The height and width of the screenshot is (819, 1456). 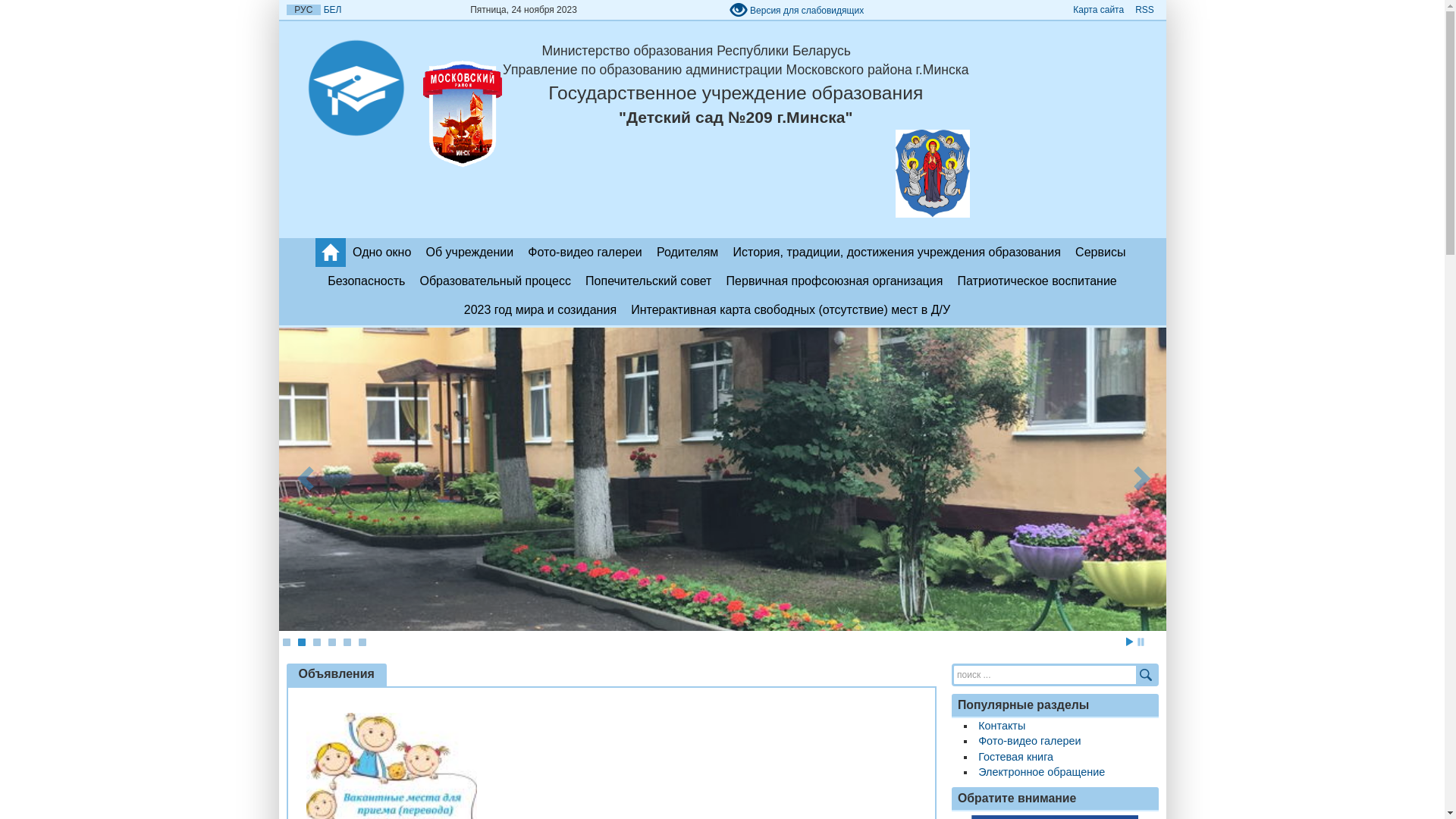 What do you see at coordinates (360, 642) in the screenshot?
I see `'6'` at bounding box center [360, 642].